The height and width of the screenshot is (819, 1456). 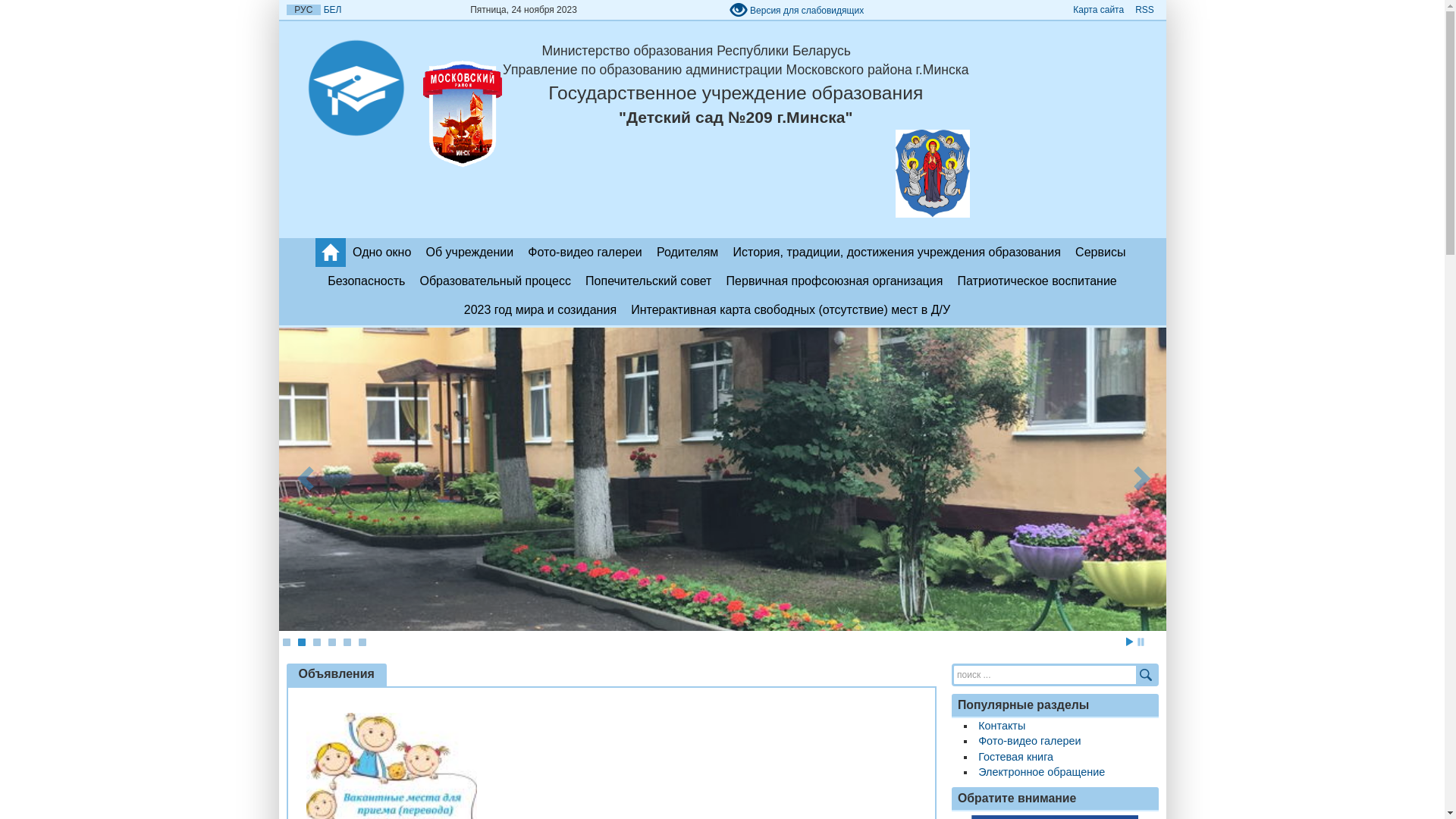 What do you see at coordinates (360, 642) in the screenshot?
I see `'6'` at bounding box center [360, 642].